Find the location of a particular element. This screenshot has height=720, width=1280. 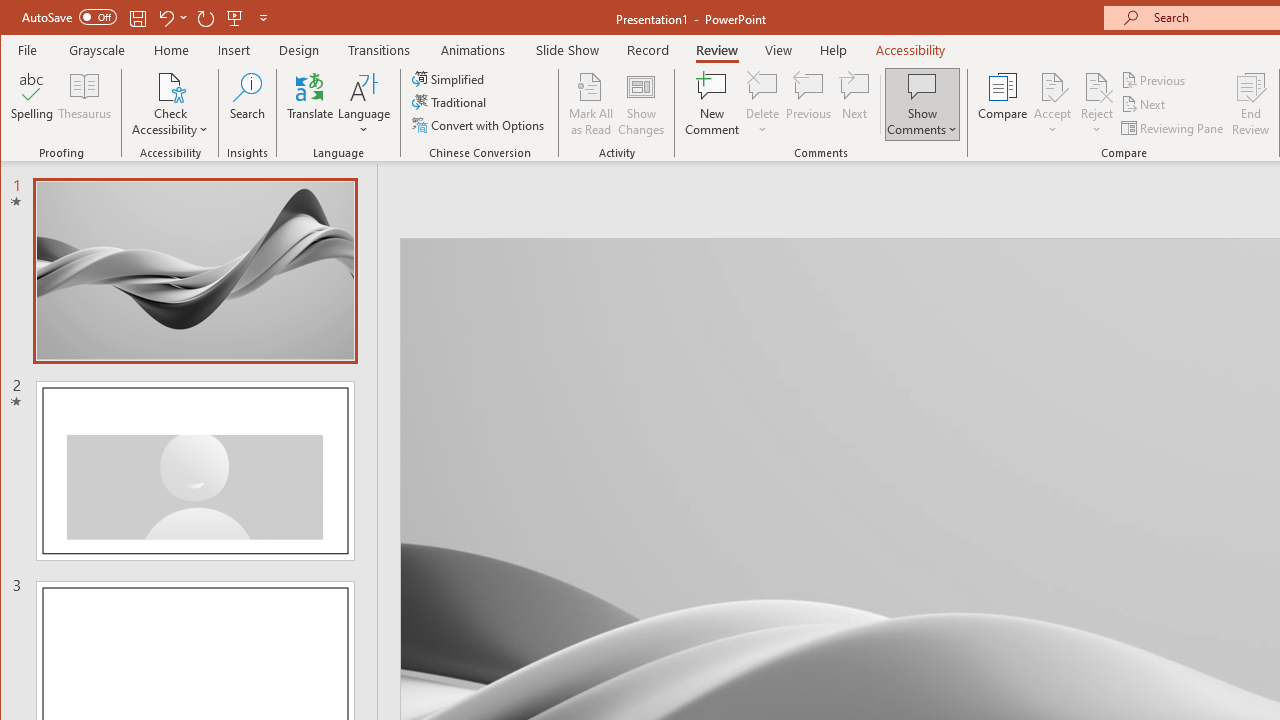

'Undo' is located at coordinates (165, 17).